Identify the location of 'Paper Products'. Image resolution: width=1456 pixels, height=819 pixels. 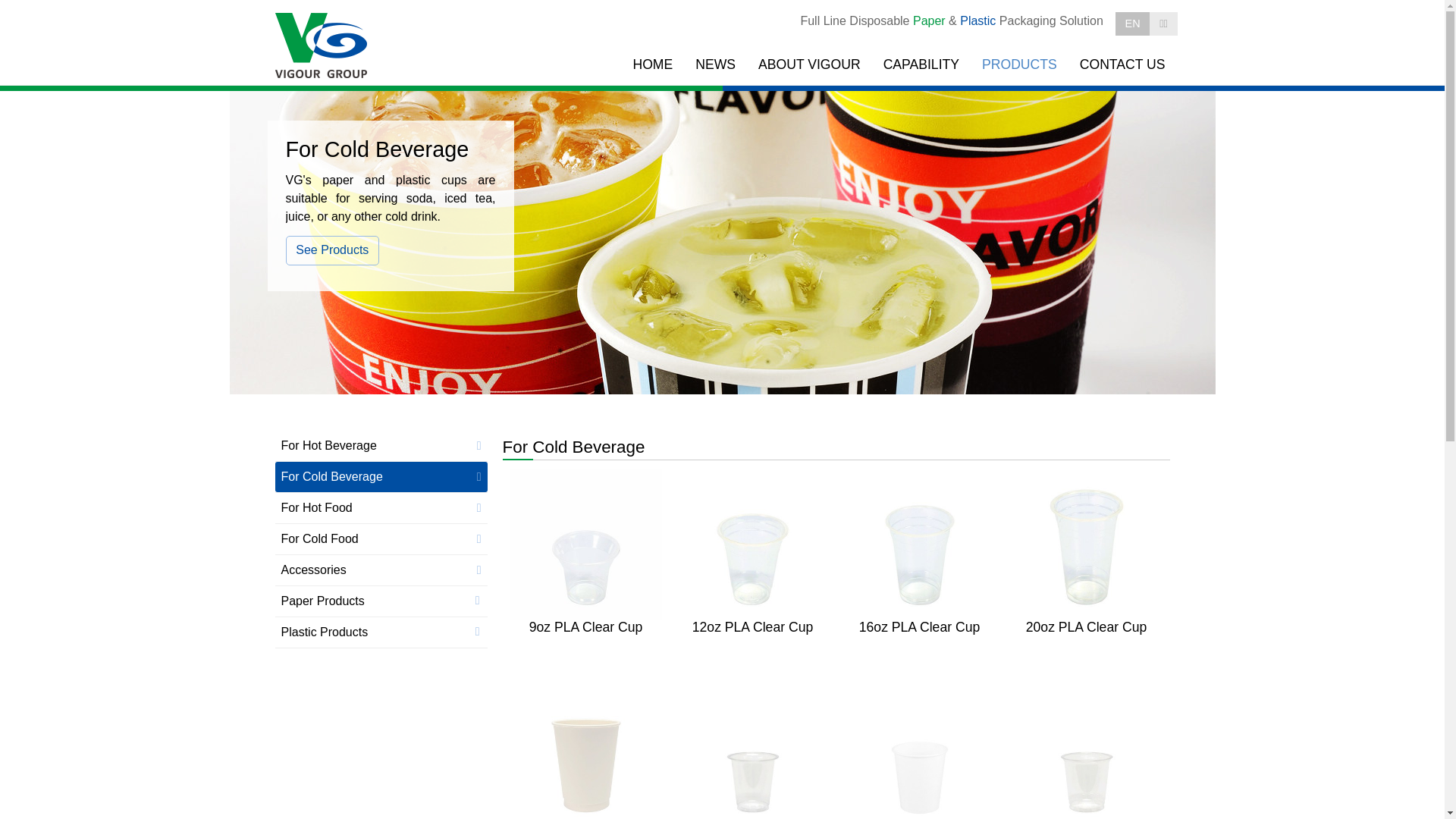
(274, 601).